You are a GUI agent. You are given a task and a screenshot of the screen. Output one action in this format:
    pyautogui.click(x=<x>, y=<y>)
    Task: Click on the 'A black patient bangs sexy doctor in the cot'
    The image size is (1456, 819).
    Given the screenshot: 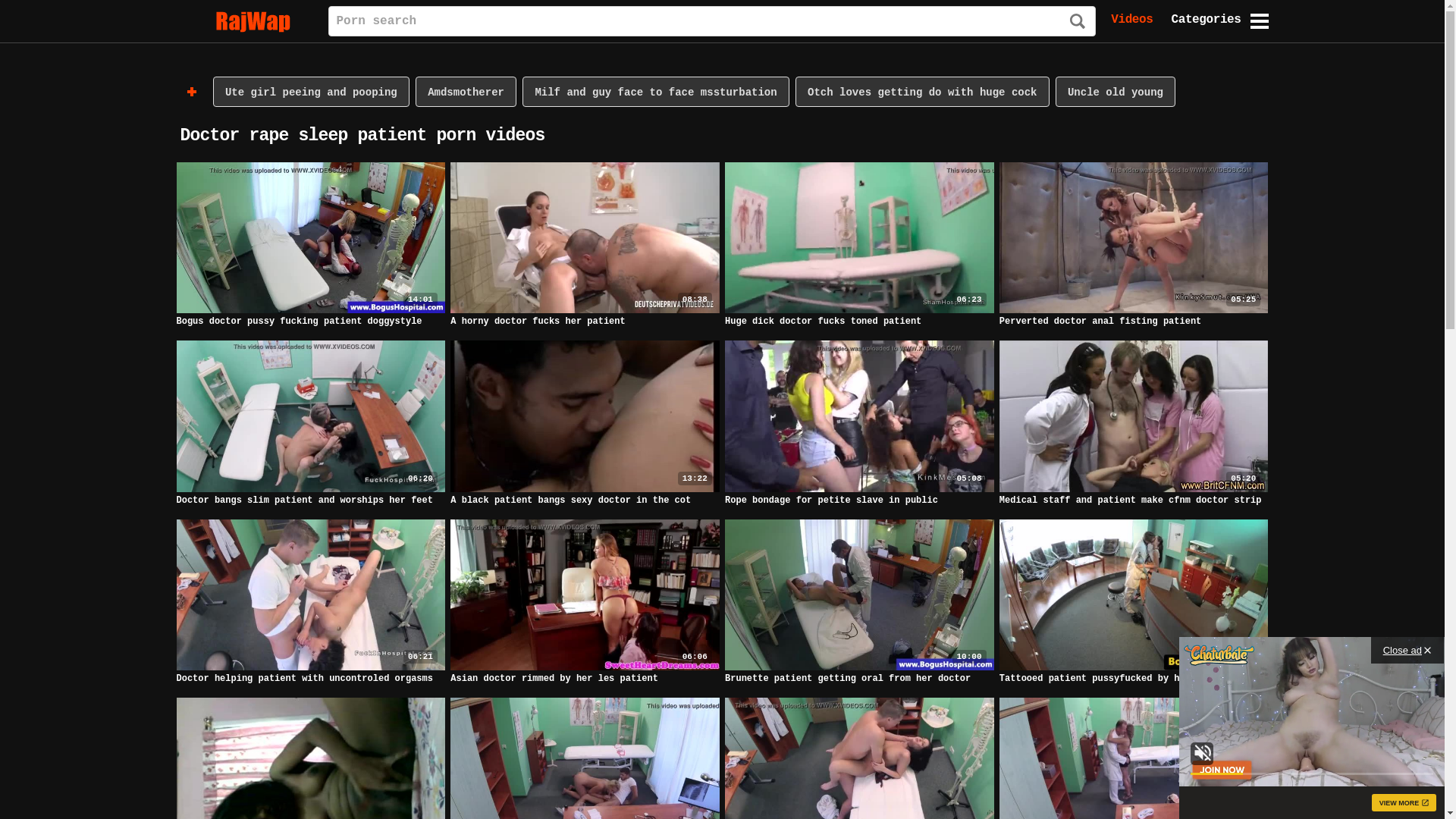 What is the action you would take?
    pyautogui.click(x=570, y=500)
    